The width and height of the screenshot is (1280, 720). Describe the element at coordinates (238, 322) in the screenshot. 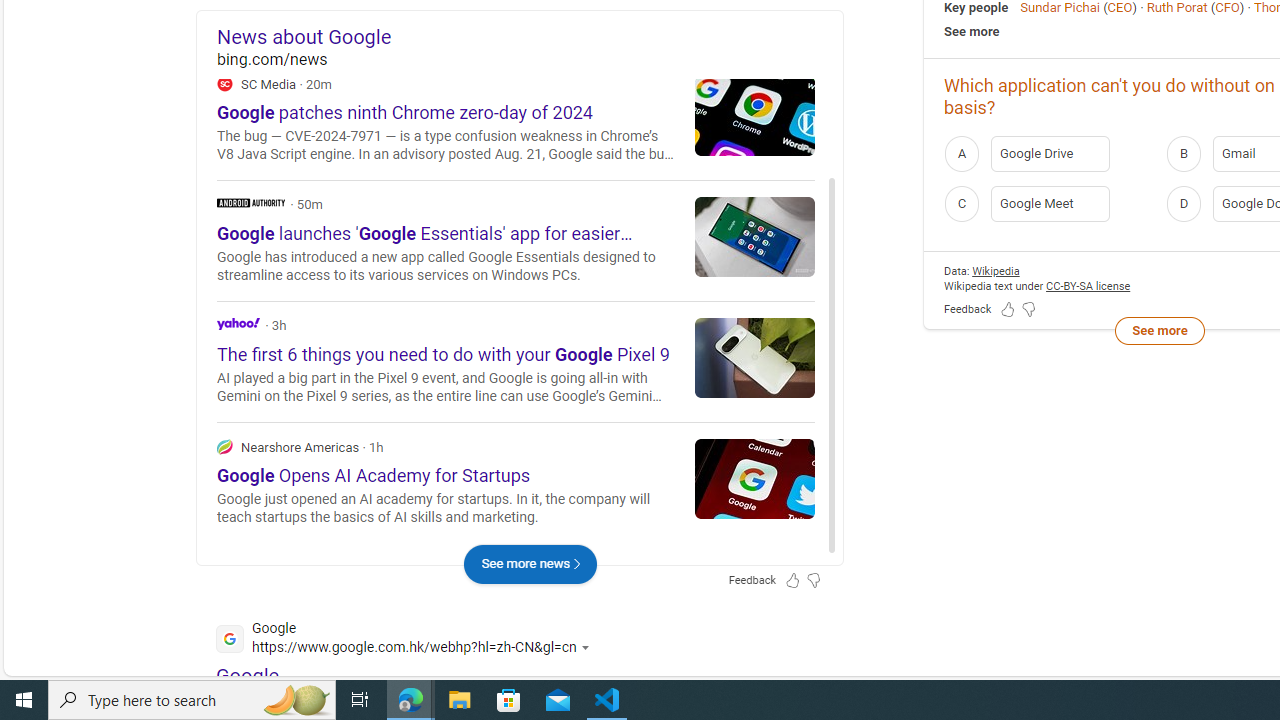

I see `'Yahoo'` at that location.